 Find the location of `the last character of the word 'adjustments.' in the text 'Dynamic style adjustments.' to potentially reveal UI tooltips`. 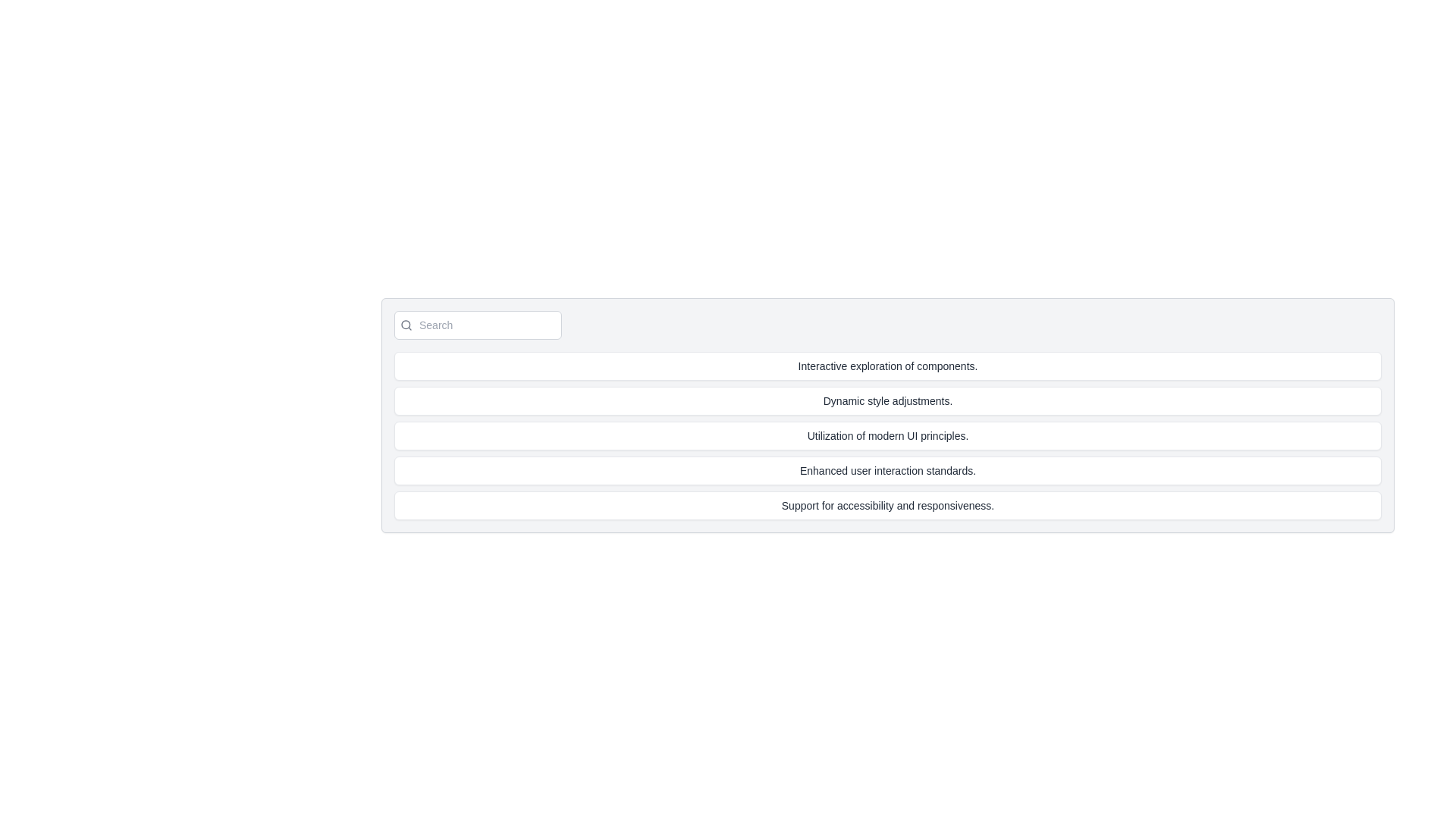

the last character of the word 'adjustments.' in the text 'Dynamic style adjustments.' to potentially reveal UI tooltips is located at coordinates (931, 400).